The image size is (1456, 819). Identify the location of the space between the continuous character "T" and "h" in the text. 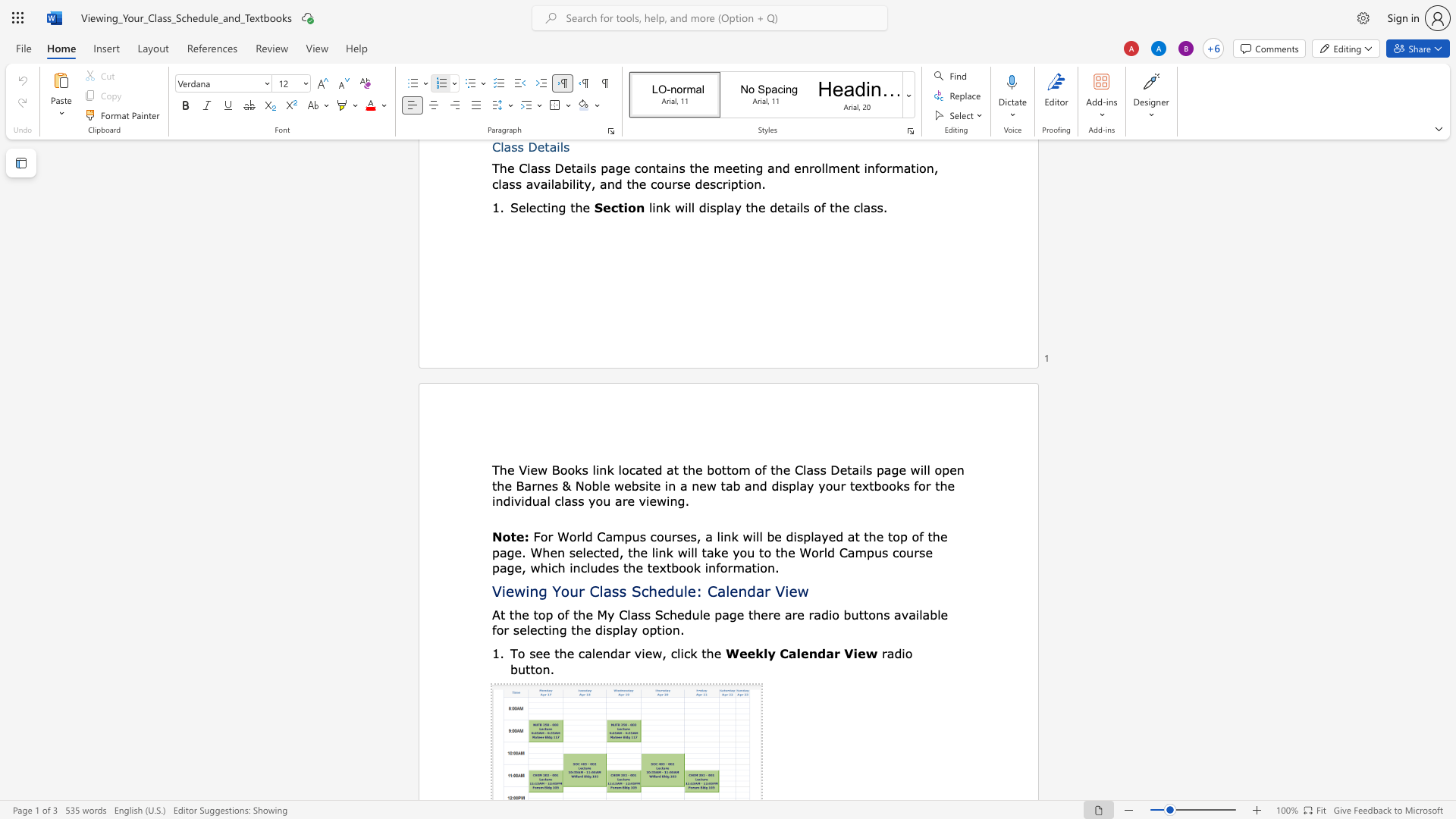
(499, 469).